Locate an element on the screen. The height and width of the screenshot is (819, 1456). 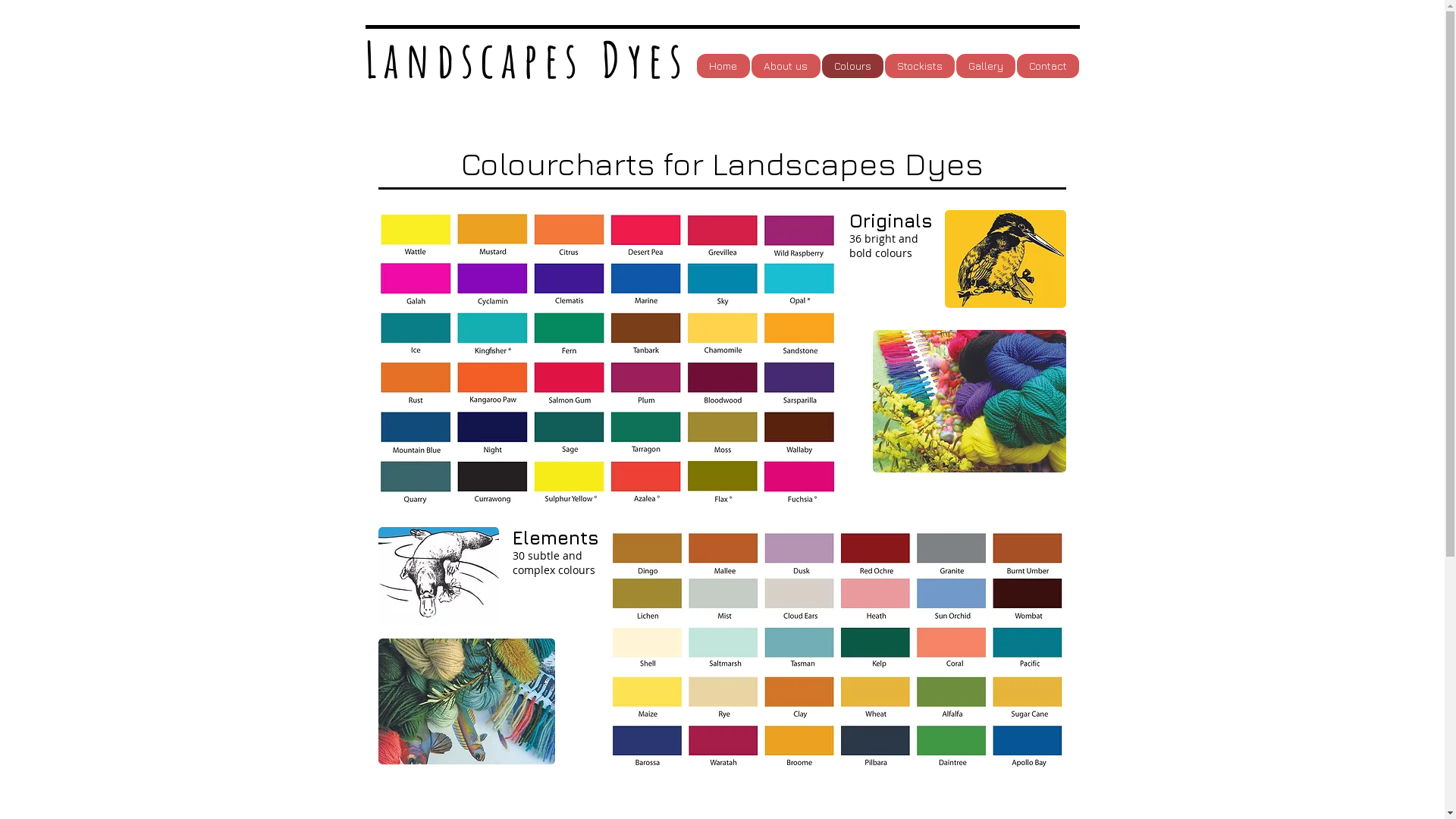
'Stockists' is located at coordinates (918, 65).